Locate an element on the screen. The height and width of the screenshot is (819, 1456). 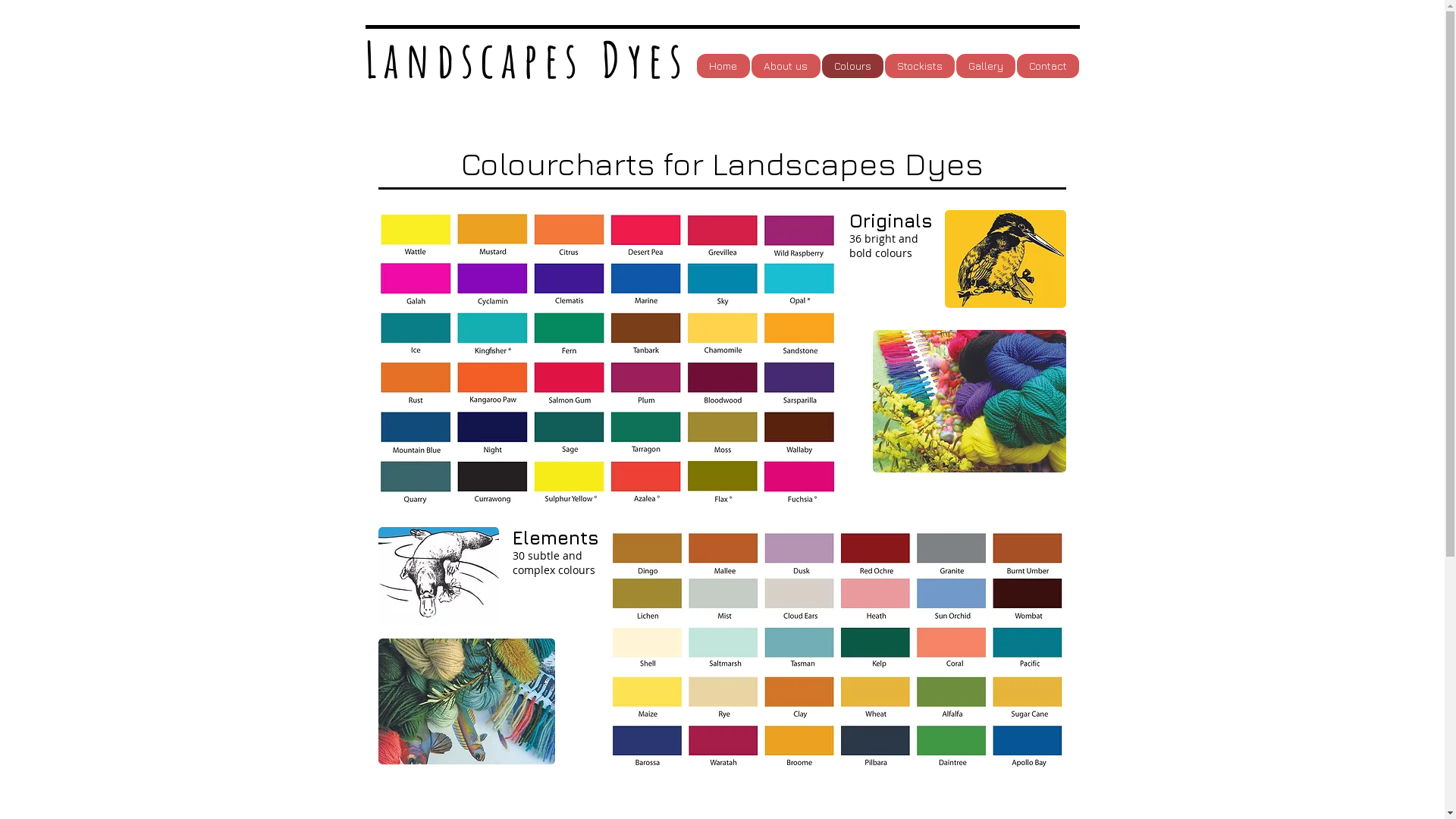
'Stockists' is located at coordinates (918, 65).